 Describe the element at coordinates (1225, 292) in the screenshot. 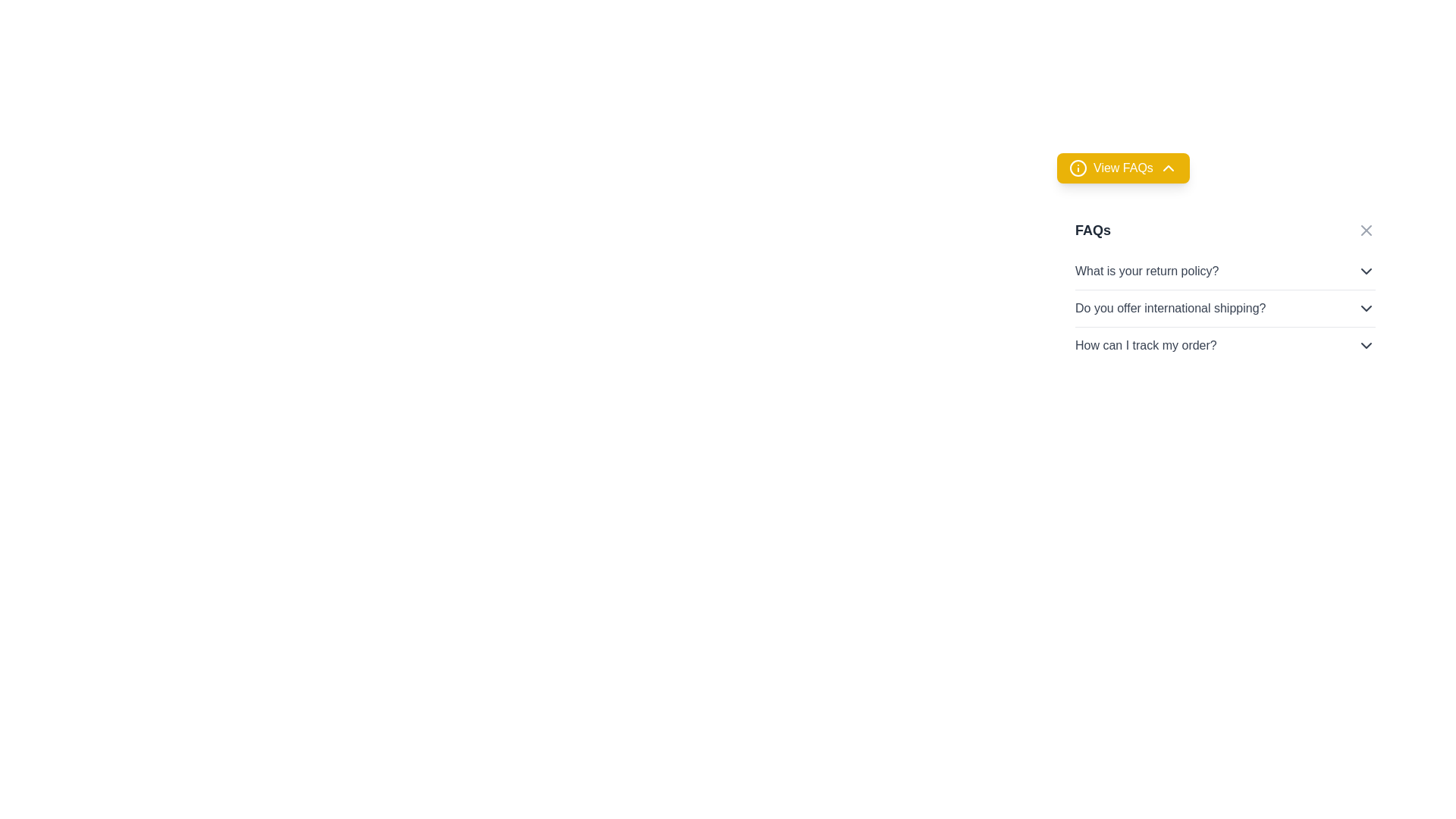

I see `the second Expandable FAQ item in the dropdown menu, which is located under 'What is your return policy?' and above 'How can I track my order?'` at that location.